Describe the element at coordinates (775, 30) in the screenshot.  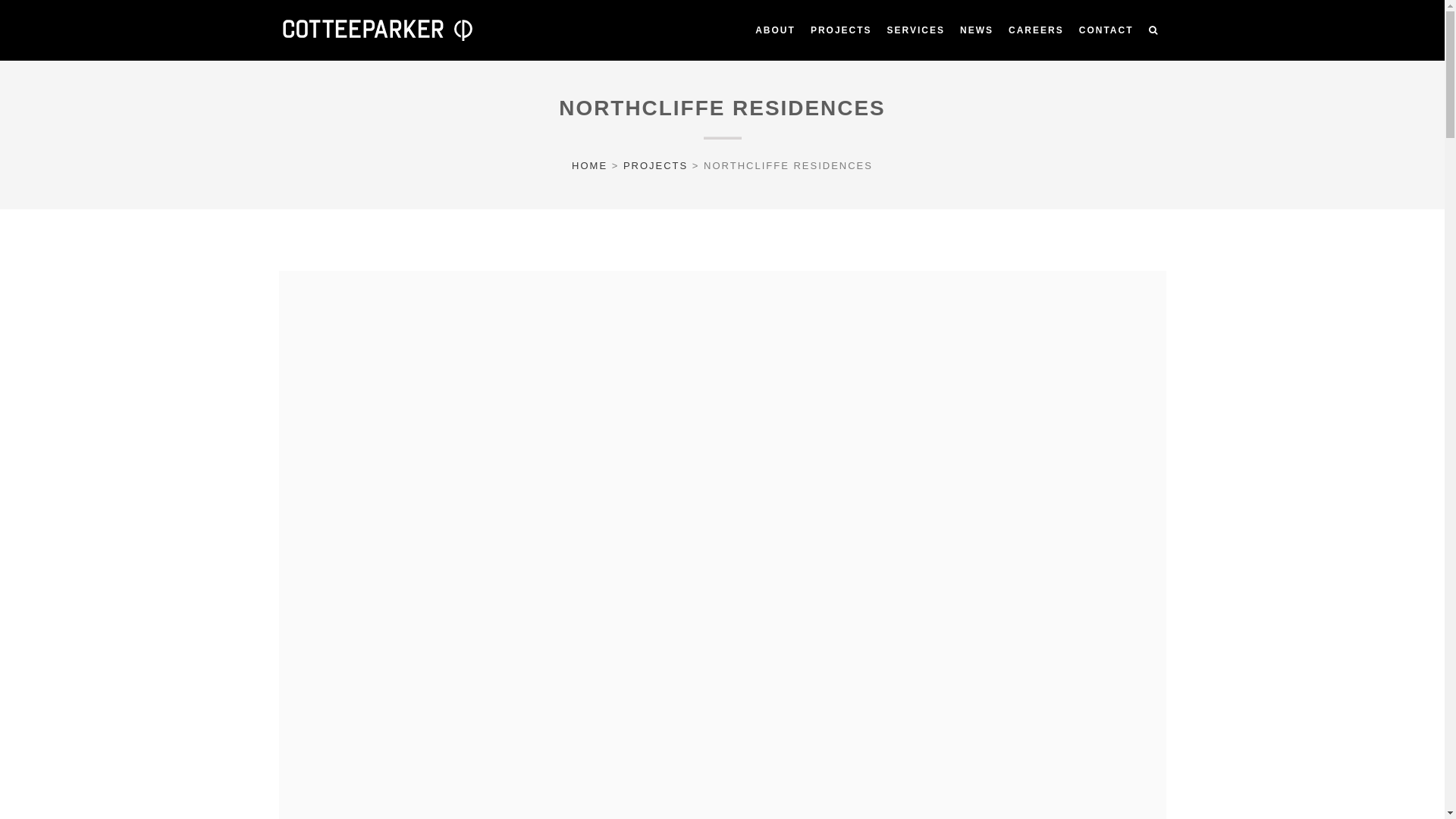
I see `'ABOUT'` at that location.